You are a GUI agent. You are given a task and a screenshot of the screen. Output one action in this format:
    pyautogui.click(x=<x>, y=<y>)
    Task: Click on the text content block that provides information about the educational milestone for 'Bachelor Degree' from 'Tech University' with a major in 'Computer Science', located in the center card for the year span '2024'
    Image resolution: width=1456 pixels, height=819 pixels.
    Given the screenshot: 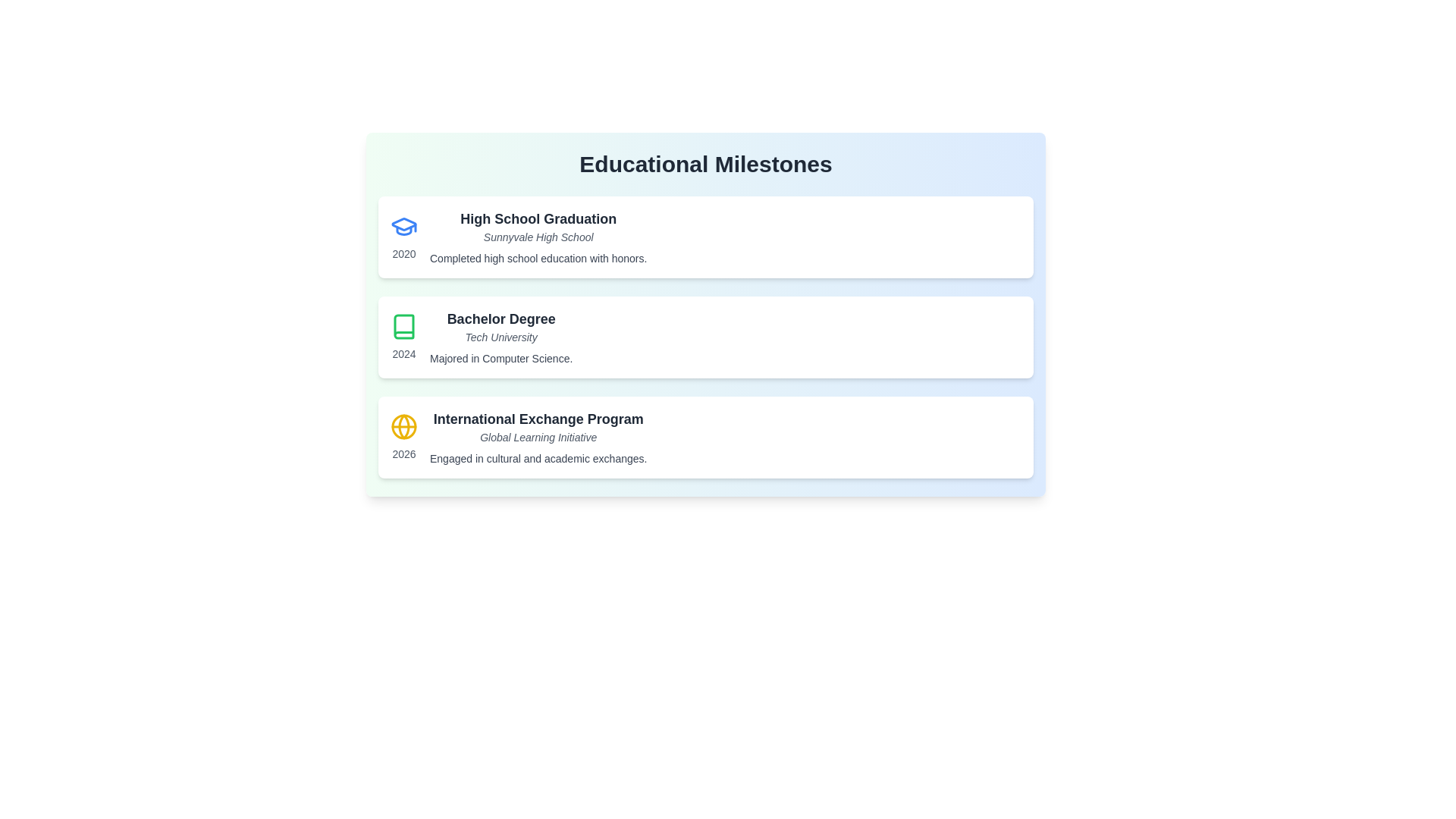 What is the action you would take?
    pyautogui.click(x=501, y=336)
    